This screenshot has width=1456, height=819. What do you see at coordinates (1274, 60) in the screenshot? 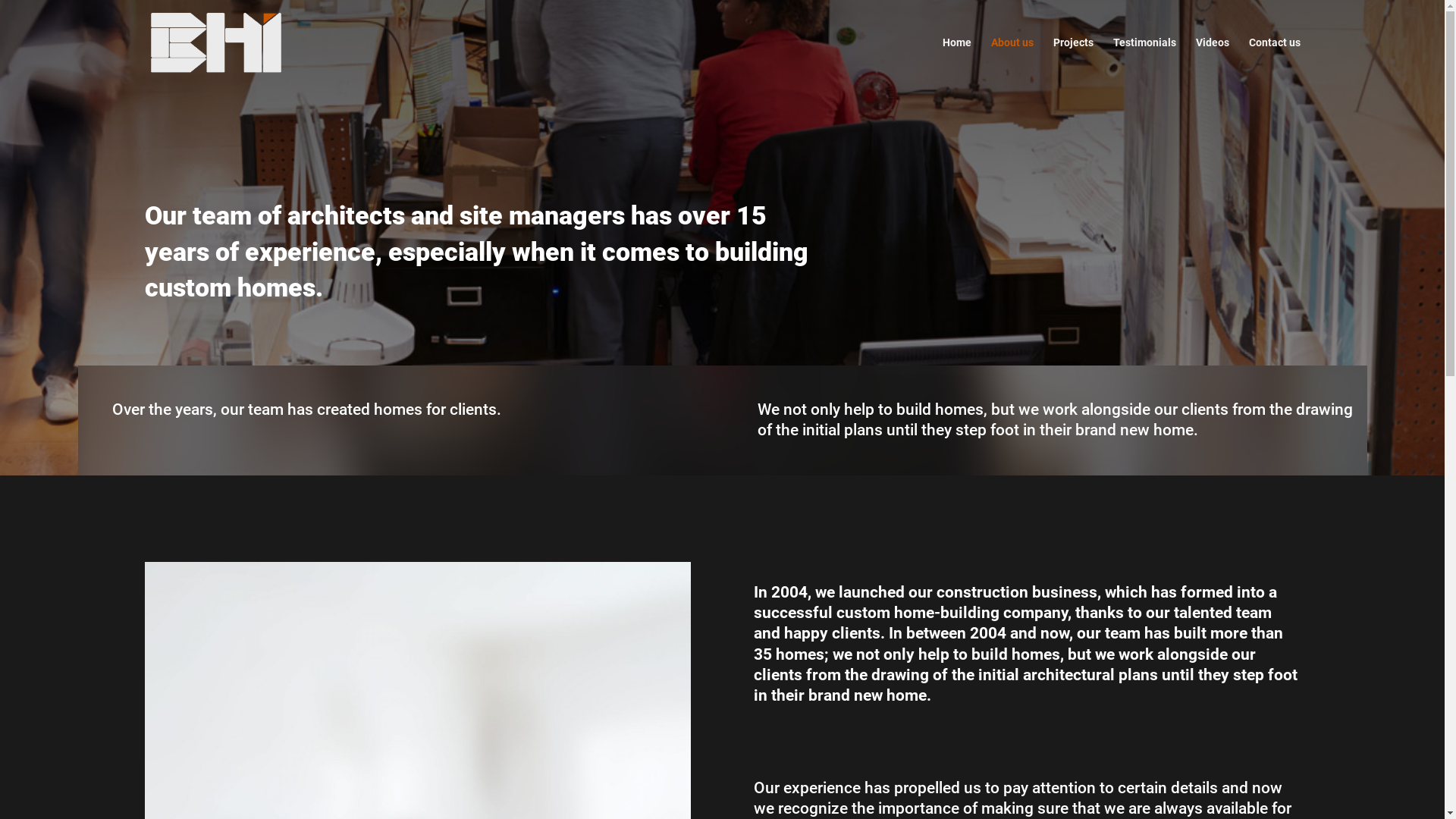
I see `'Contact us'` at bounding box center [1274, 60].